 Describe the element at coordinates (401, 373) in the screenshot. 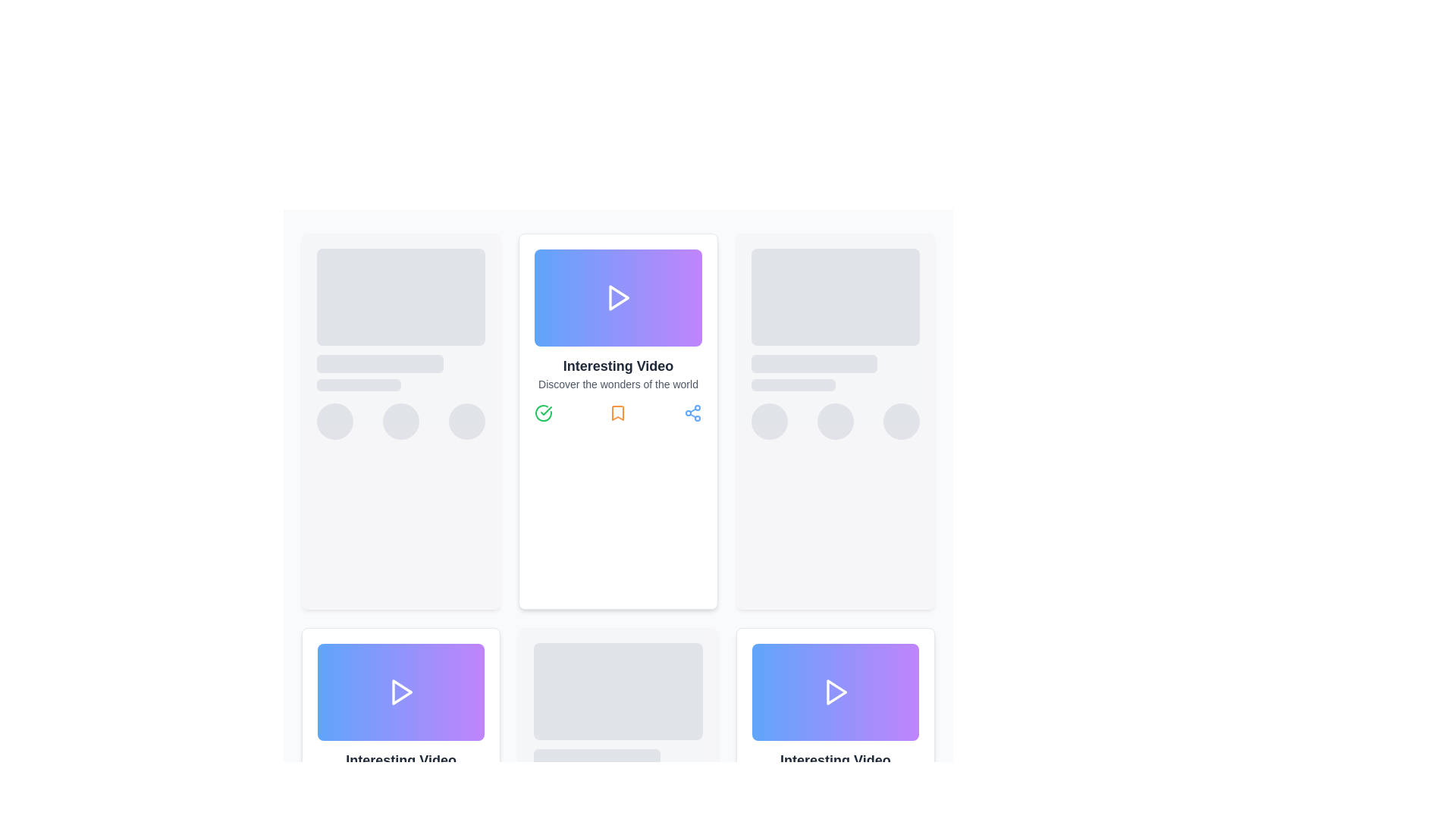

I see `the Placeholder component, which consists of two stacked rectangular bars with rounded corners and a gray background, located between a large grey placeholder and a row of circular elements` at that location.